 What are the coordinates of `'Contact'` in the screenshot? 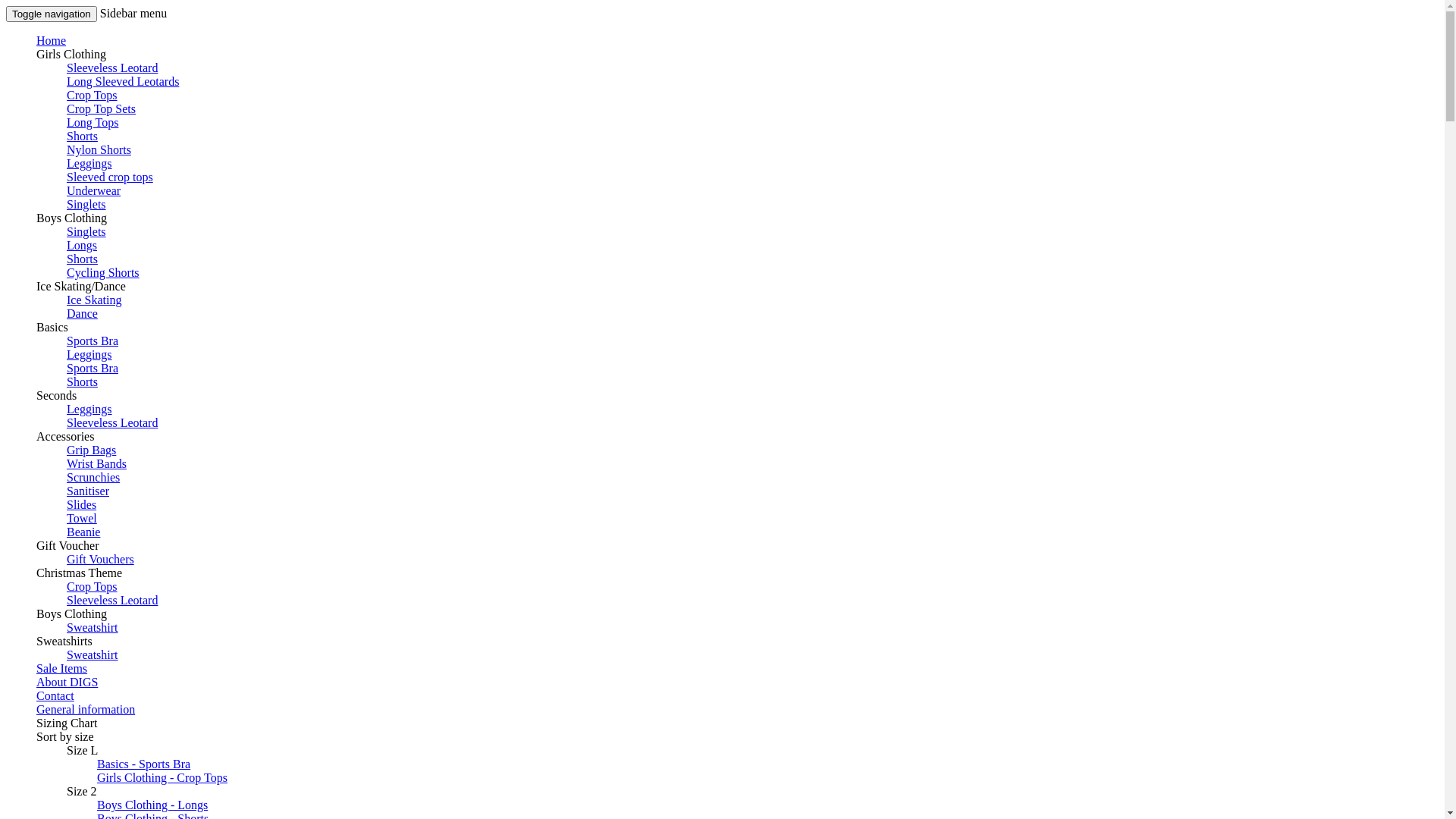 It's located at (55, 695).